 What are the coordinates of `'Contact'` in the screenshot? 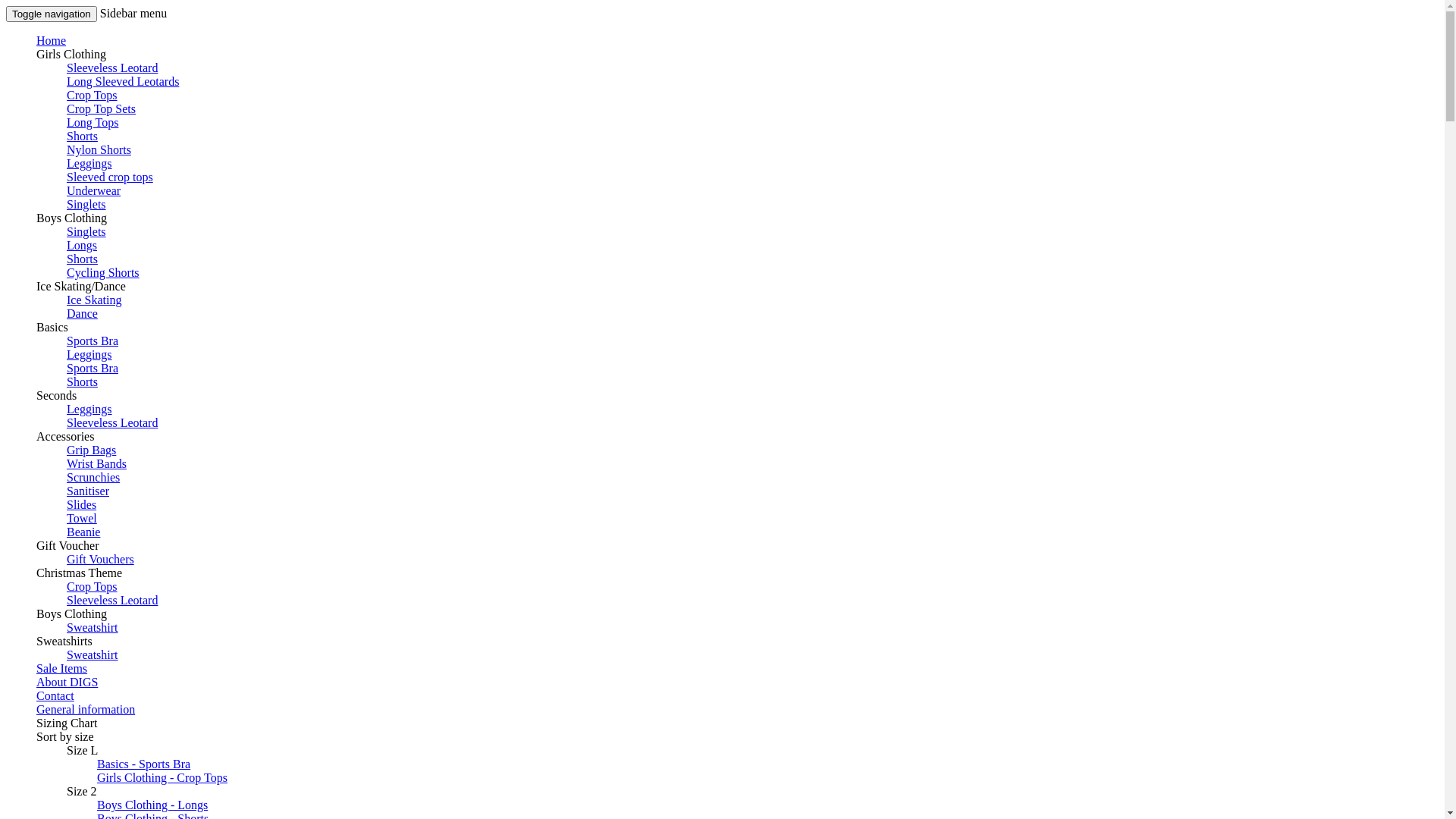 It's located at (55, 695).